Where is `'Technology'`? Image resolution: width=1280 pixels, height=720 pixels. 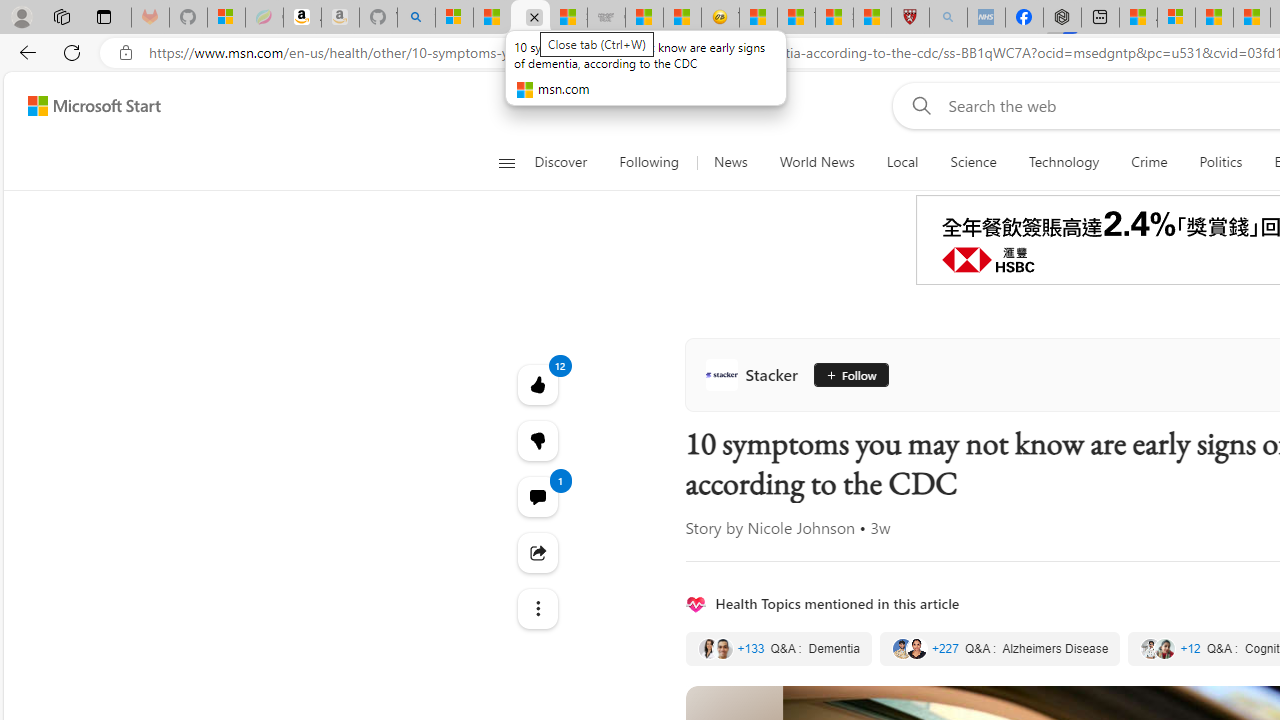 'Technology' is located at coordinates (1063, 162).